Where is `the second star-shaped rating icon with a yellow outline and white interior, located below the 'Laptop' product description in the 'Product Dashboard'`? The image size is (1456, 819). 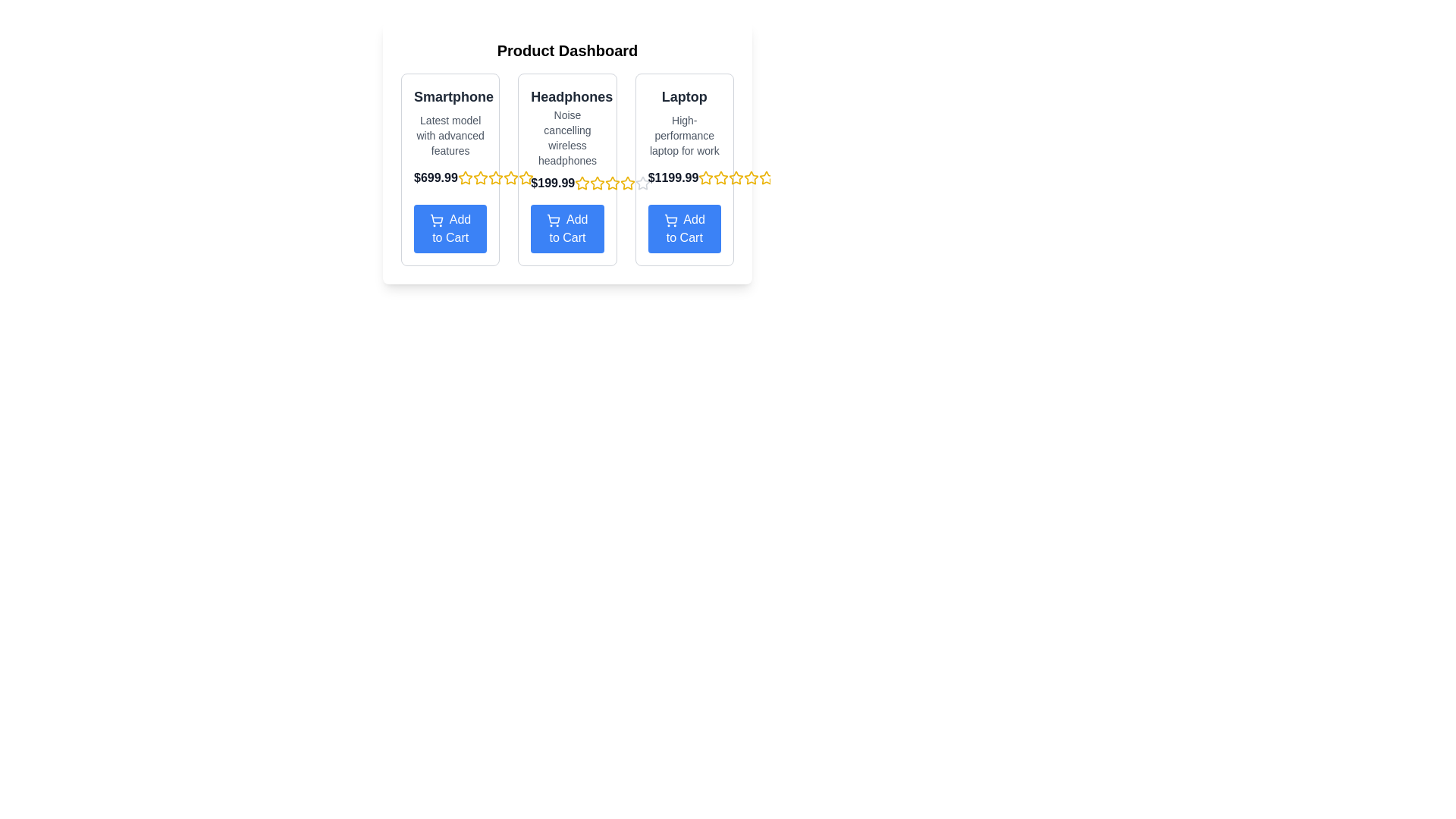
the second star-shaped rating icon with a yellow outline and white interior, located below the 'Laptop' product description in the 'Product Dashboard' is located at coordinates (720, 177).